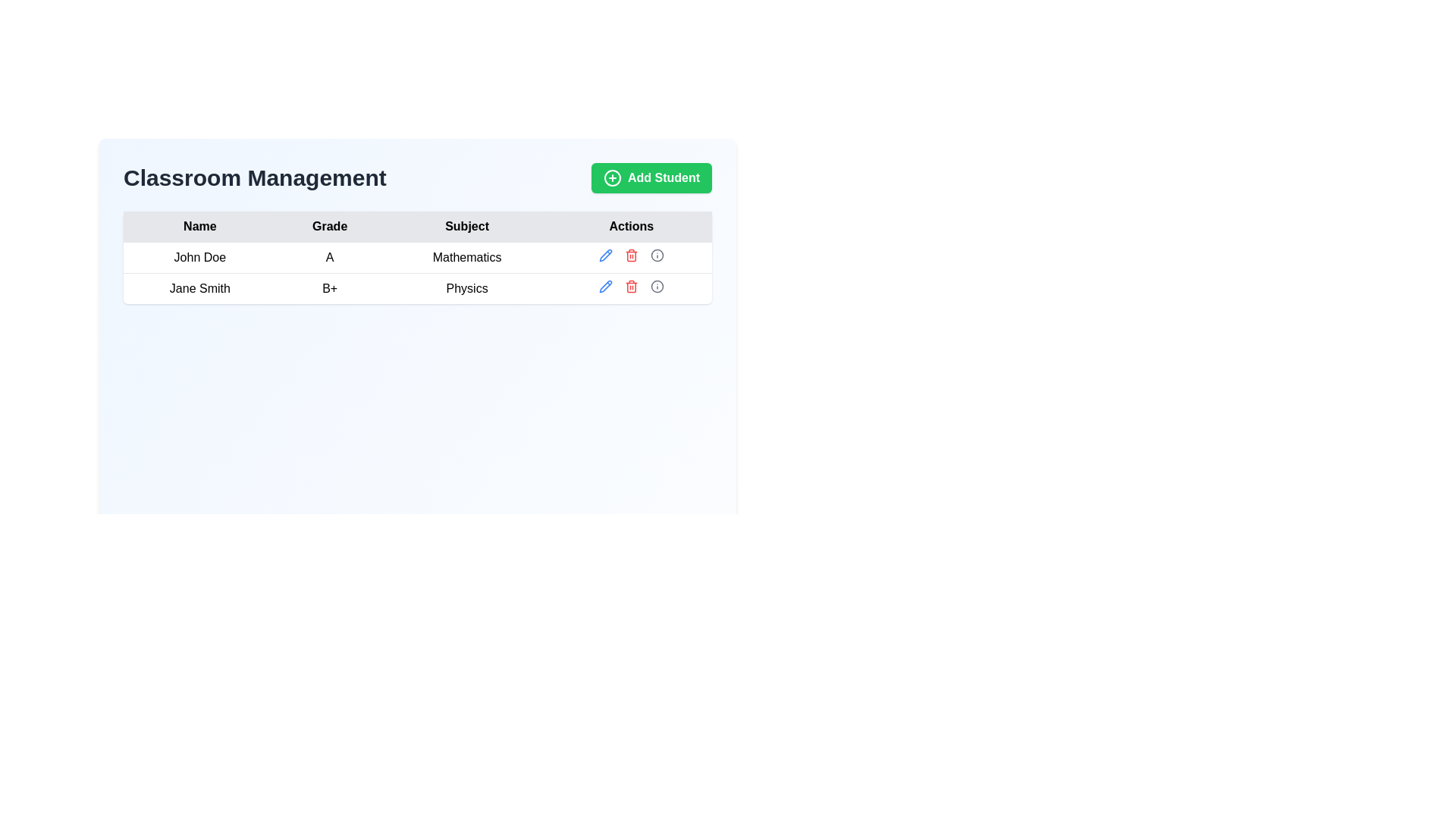 Image resolution: width=1456 pixels, height=819 pixels. What do you see at coordinates (657, 254) in the screenshot?
I see `the information icon located in the second table row beneath the 'Actions' column` at bounding box center [657, 254].